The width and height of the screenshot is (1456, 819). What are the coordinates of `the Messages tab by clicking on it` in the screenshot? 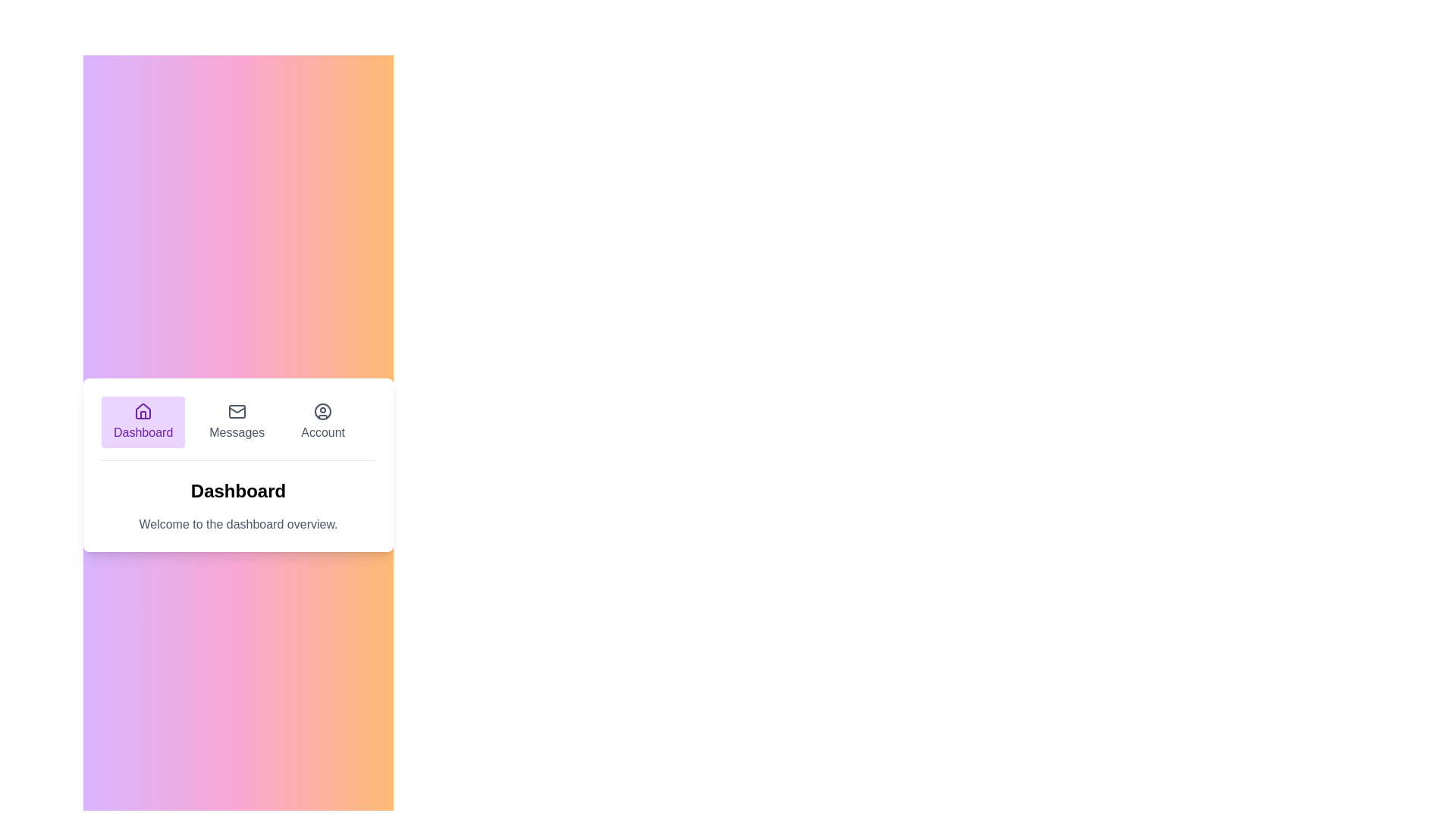 It's located at (236, 421).